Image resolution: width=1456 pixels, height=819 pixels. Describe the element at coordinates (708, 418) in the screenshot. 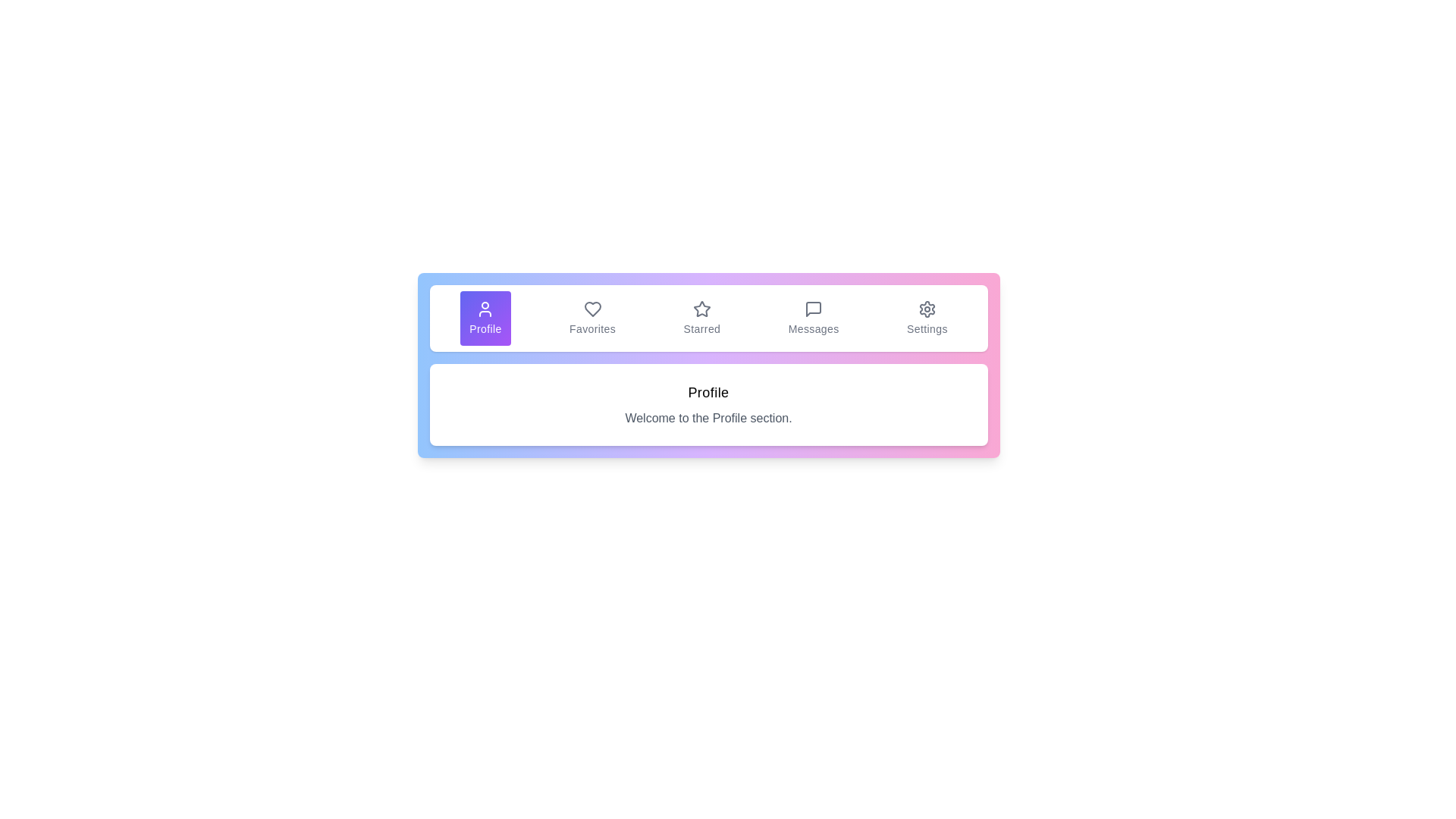

I see `the content area and copy the text 'Welcome to the Profile section.'` at that location.